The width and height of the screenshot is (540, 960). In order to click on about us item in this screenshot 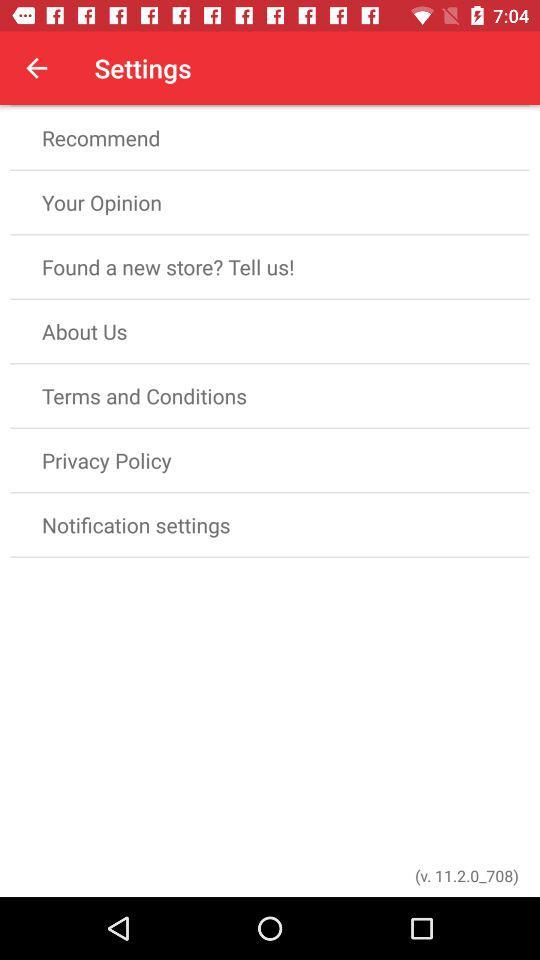, I will do `click(270, 331)`.